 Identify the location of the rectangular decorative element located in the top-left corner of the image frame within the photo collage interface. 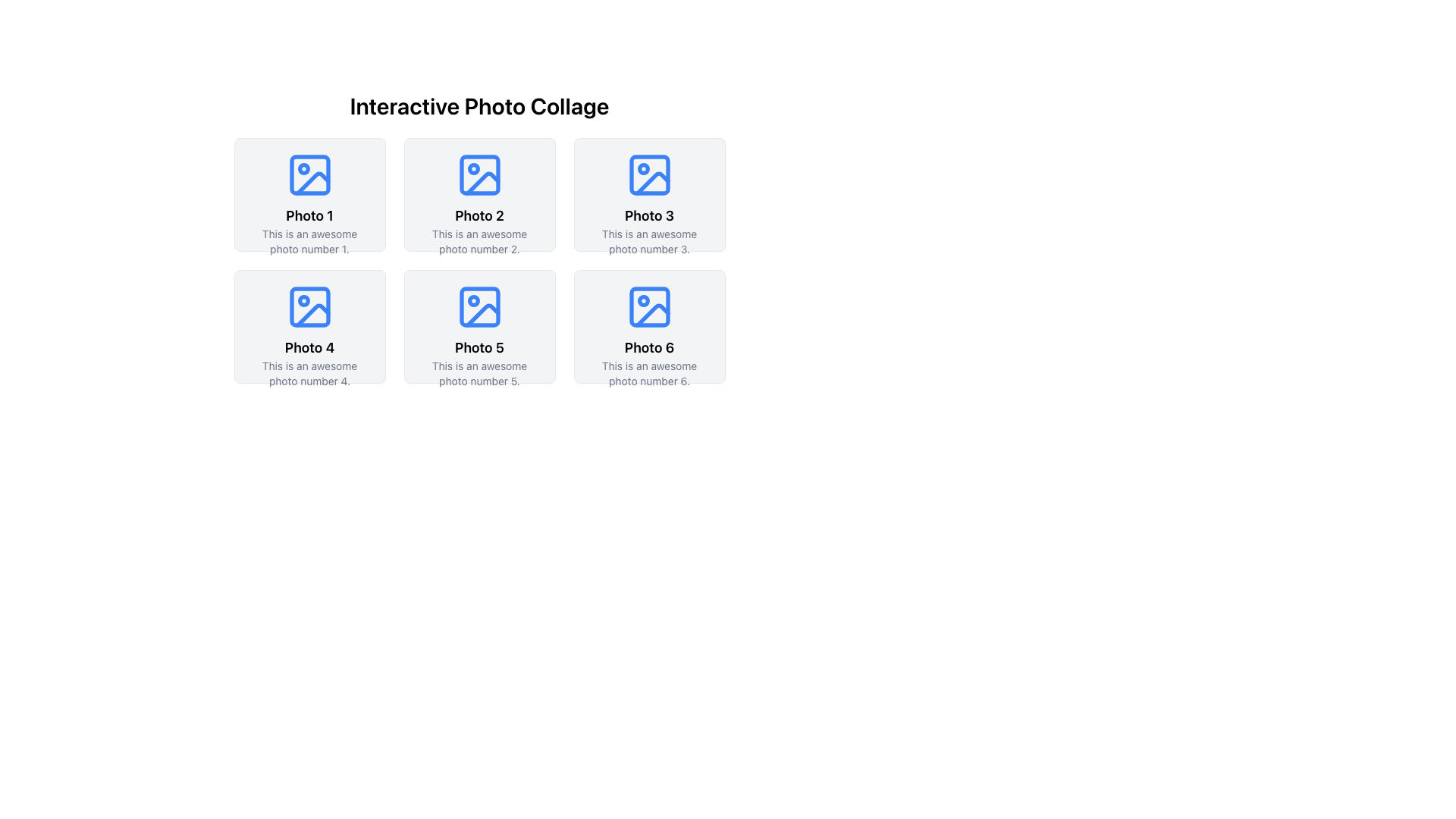
(309, 174).